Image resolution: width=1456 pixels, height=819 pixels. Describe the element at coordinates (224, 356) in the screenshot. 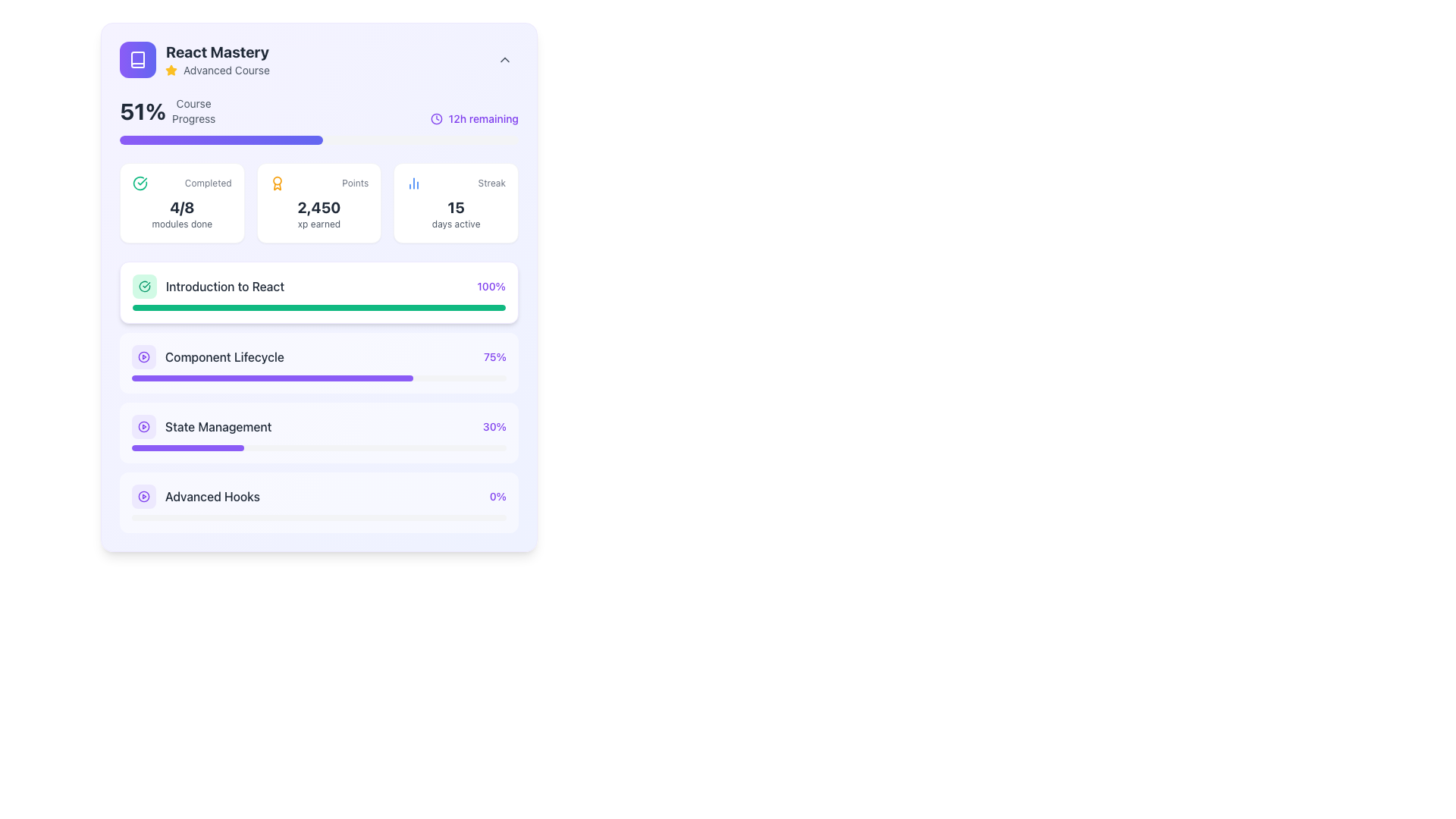

I see `text label indicating the topic name, which is located underneath the 'Introduction to React' section and above the 'State Management' section` at that location.